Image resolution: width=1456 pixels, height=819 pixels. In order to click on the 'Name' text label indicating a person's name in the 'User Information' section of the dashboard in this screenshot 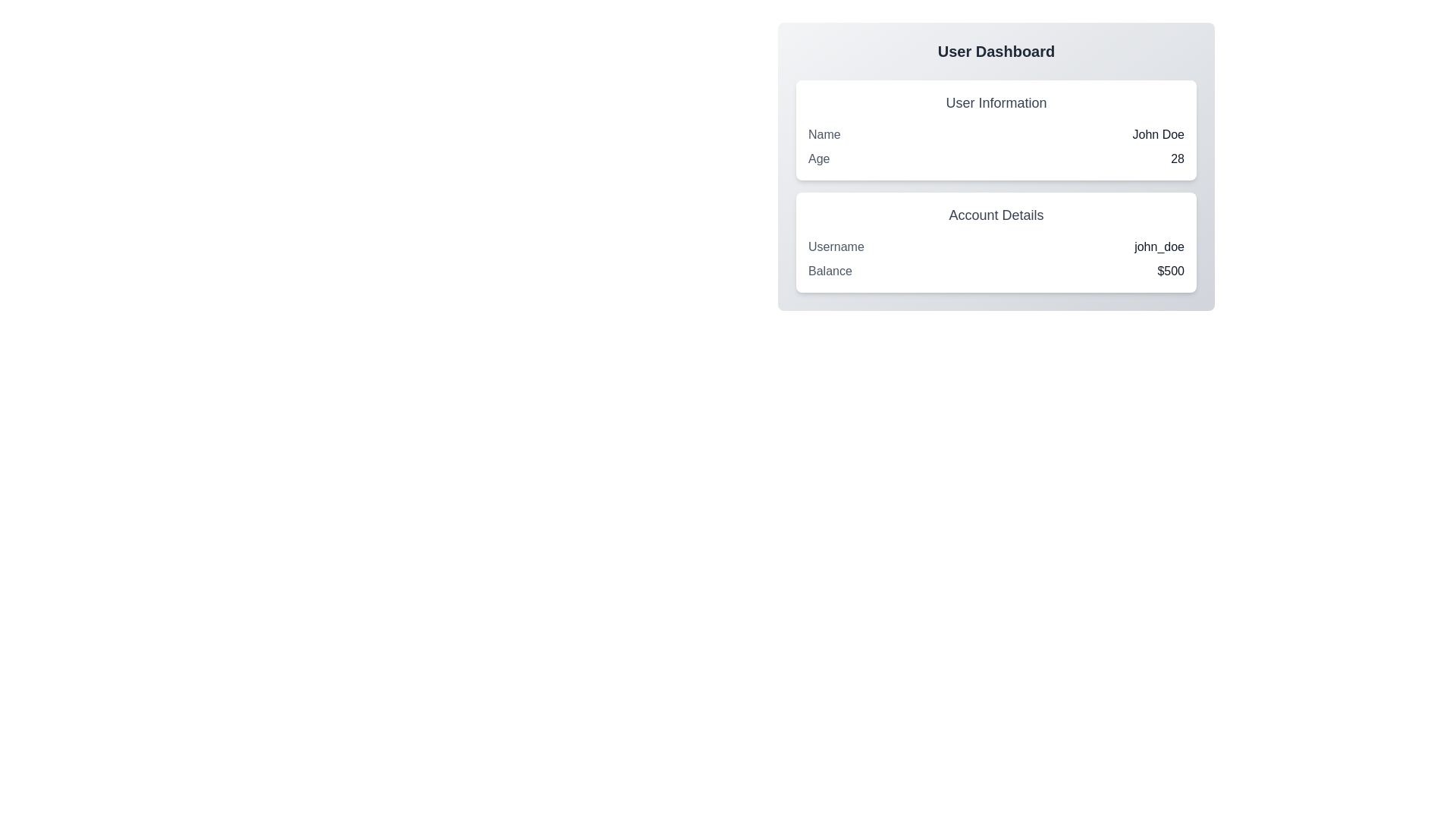, I will do `click(824, 133)`.